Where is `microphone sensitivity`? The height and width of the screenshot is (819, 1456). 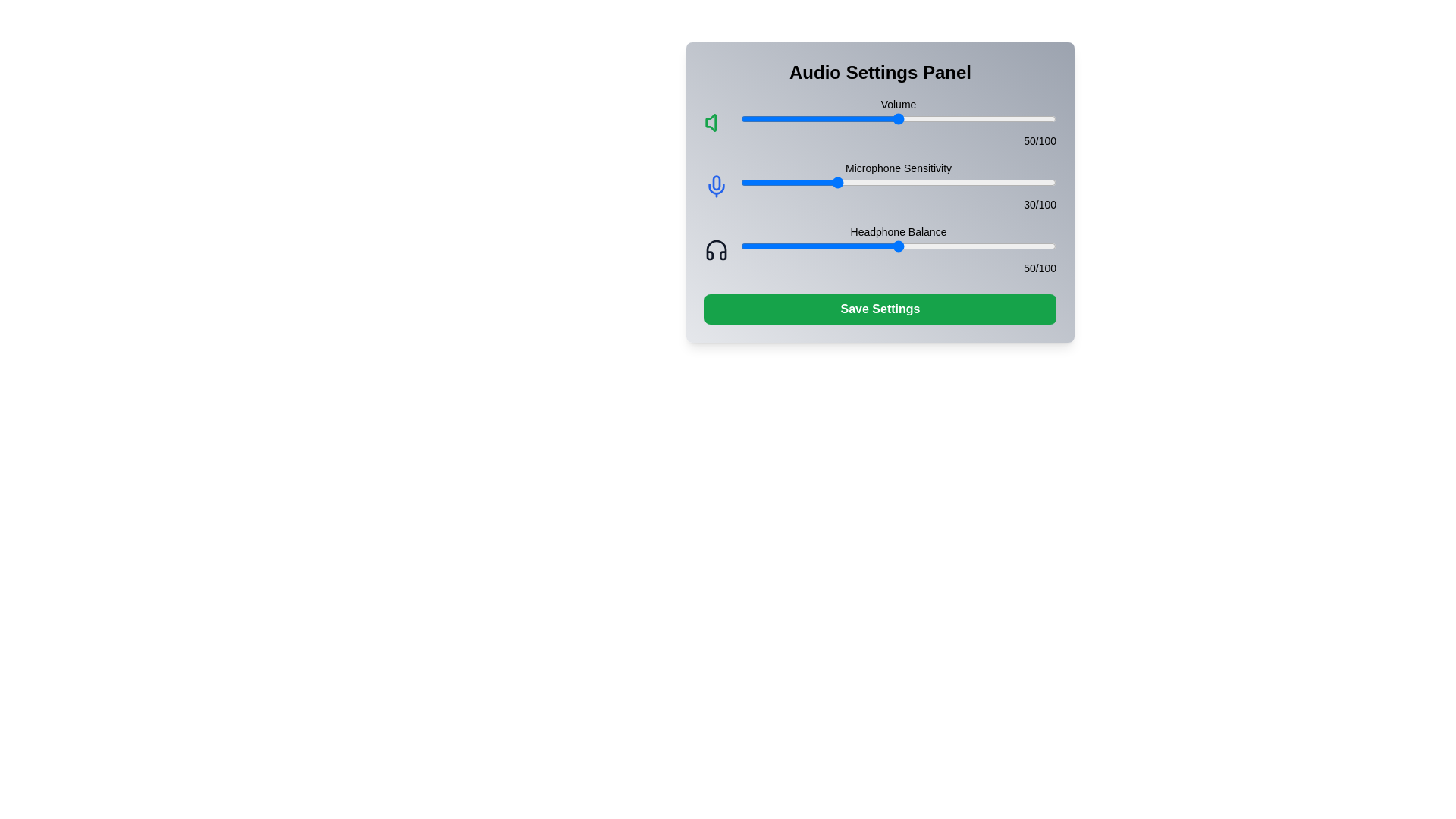
microphone sensitivity is located at coordinates (790, 181).